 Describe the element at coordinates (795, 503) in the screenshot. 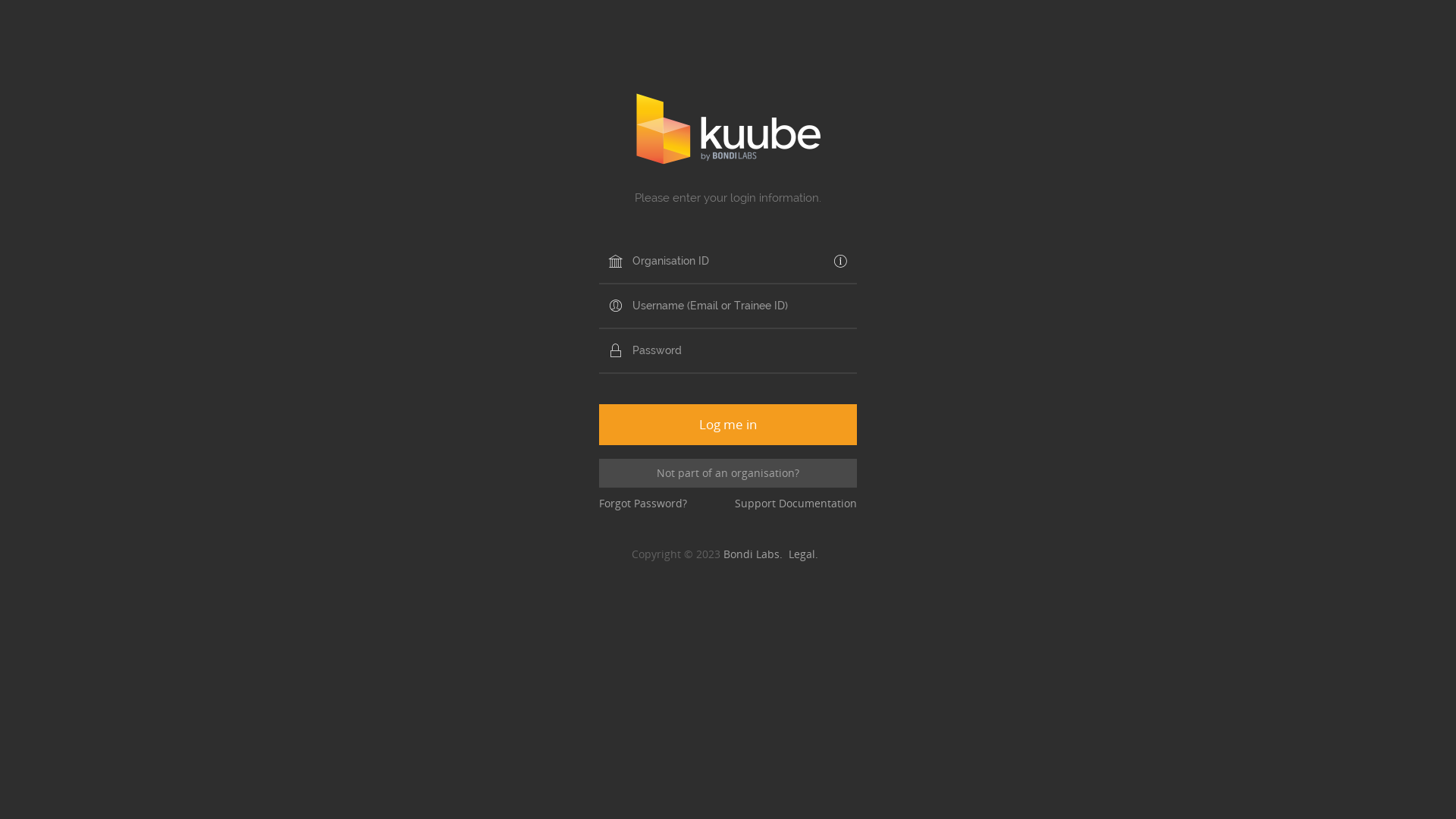

I see `'Support Documentation'` at that location.